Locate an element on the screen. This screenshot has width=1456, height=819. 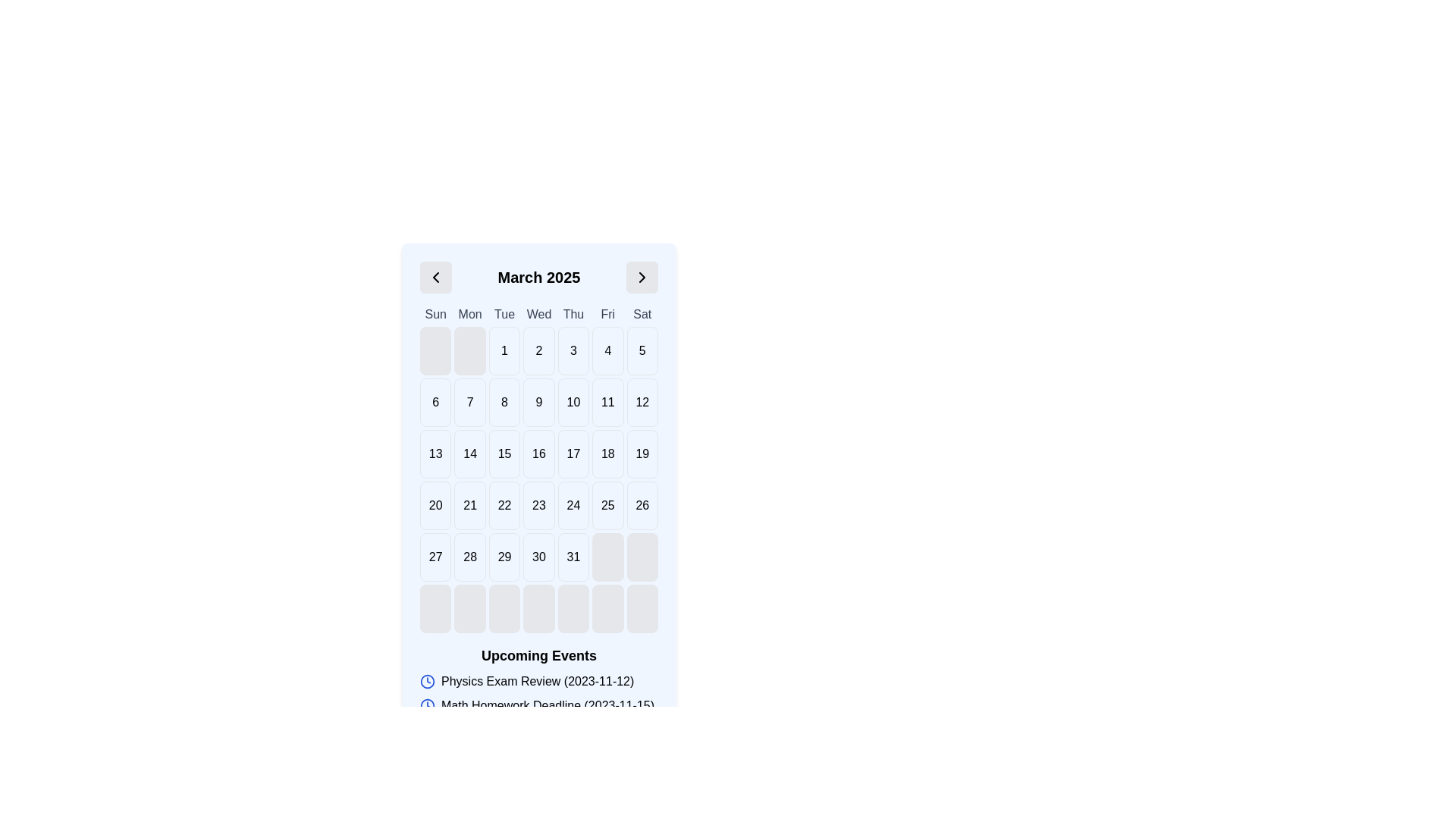
the button representing the 10th day in the calendar is located at coordinates (573, 402).